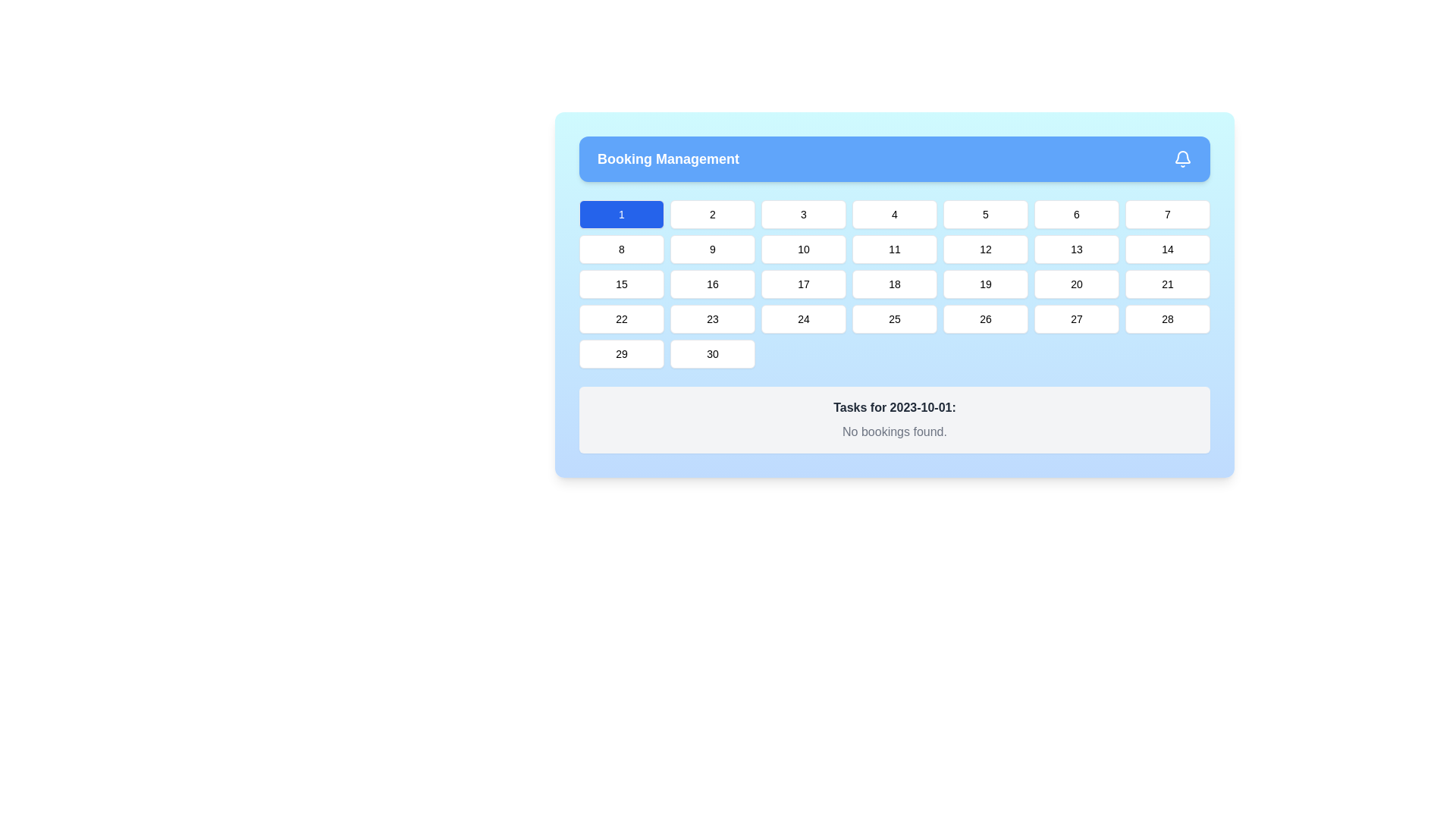 This screenshot has width=1456, height=819. What do you see at coordinates (986, 214) in the screenshot?
I see `the white rectangular button with rounded corners displaying the number '5' in the Booking Management section` at bounding box center [986, 214].